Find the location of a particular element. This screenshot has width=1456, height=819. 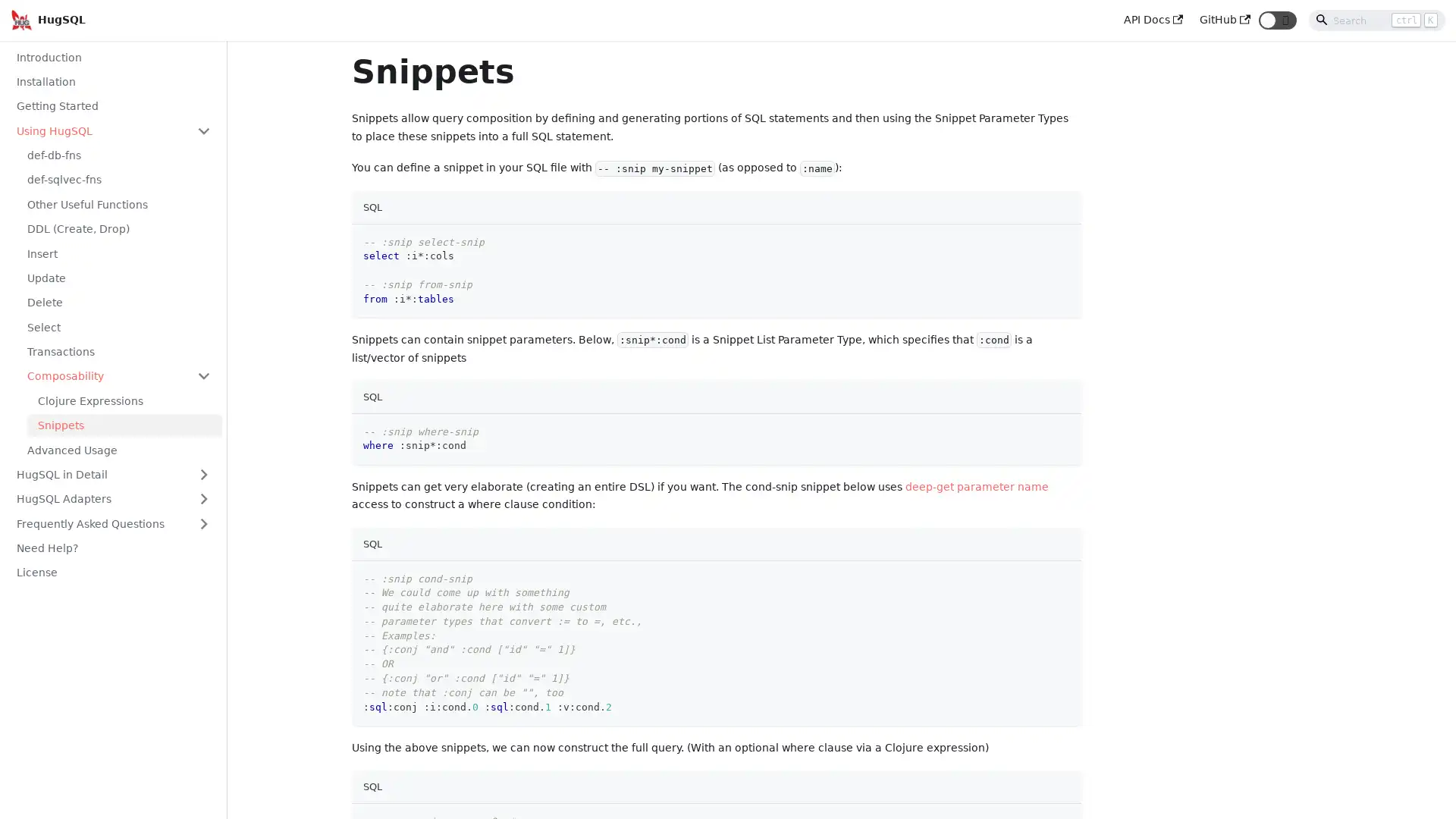

Copy code to clipboard is located at coordinates (1056, 429).